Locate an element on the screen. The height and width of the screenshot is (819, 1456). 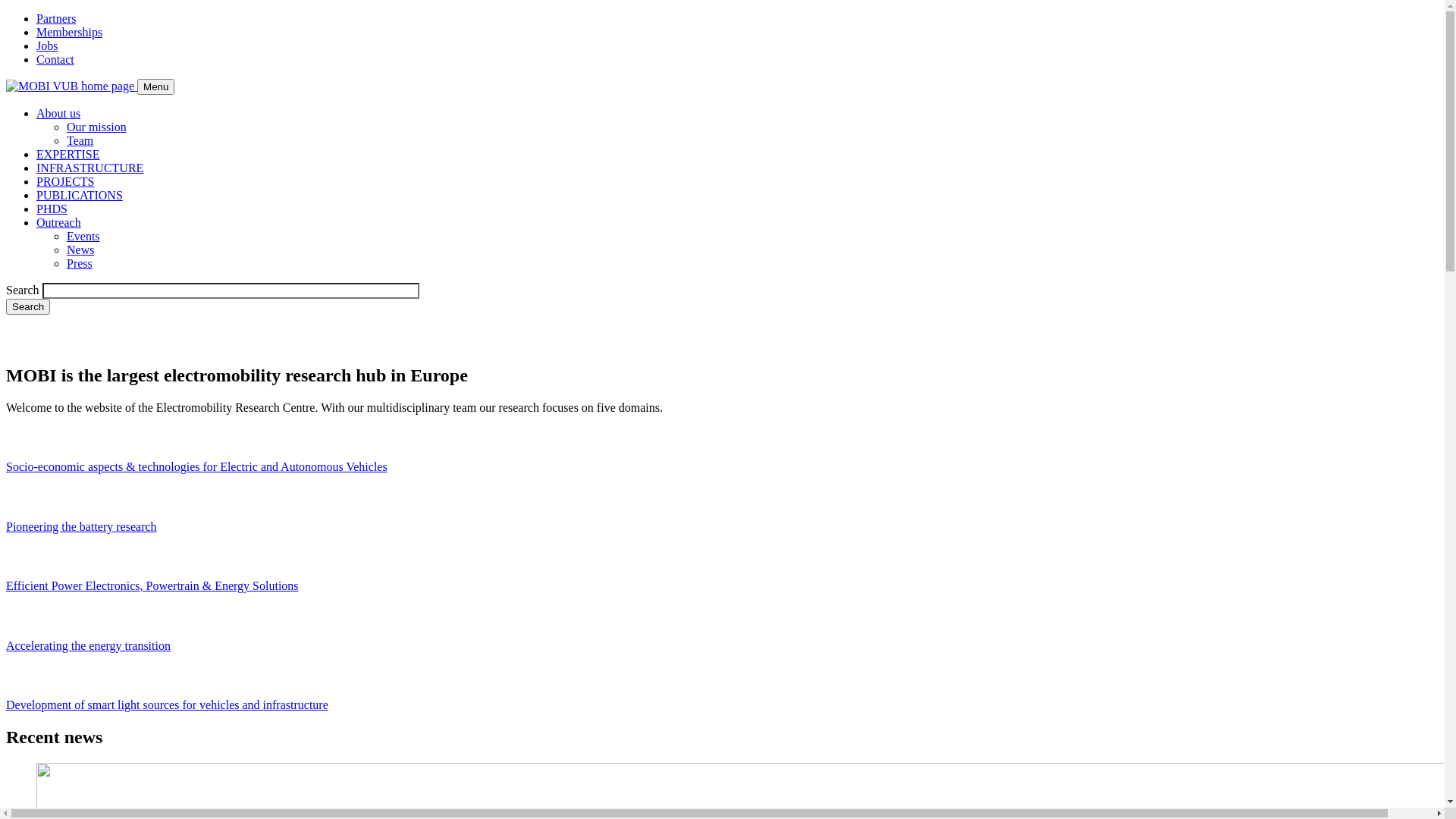
'Outreach' is located at coordinates (58, 222).